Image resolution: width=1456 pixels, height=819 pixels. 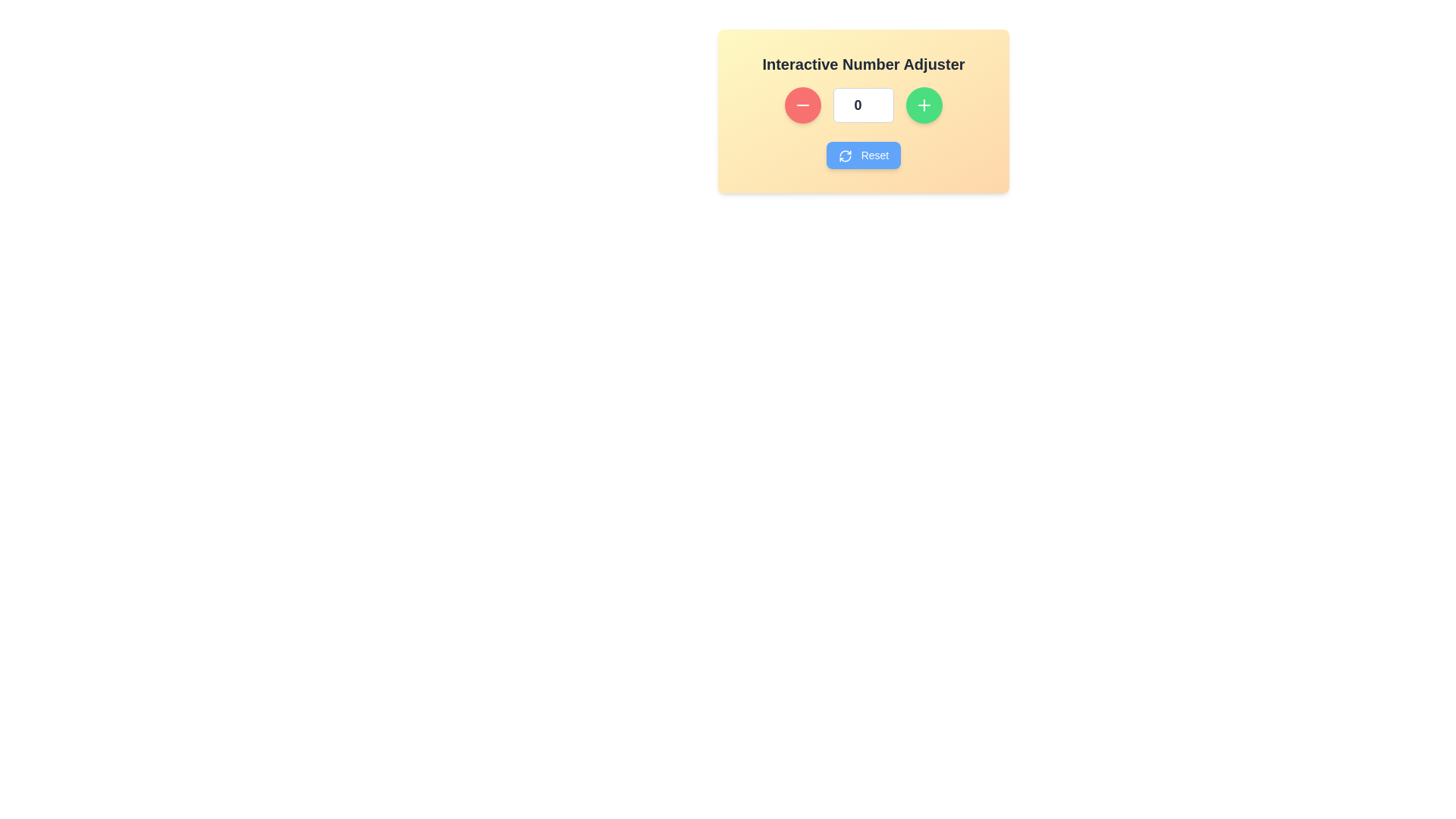 I want to click on the blue rectangular button with rounded corners labeled 'Reset', so click(x=863, y=155).